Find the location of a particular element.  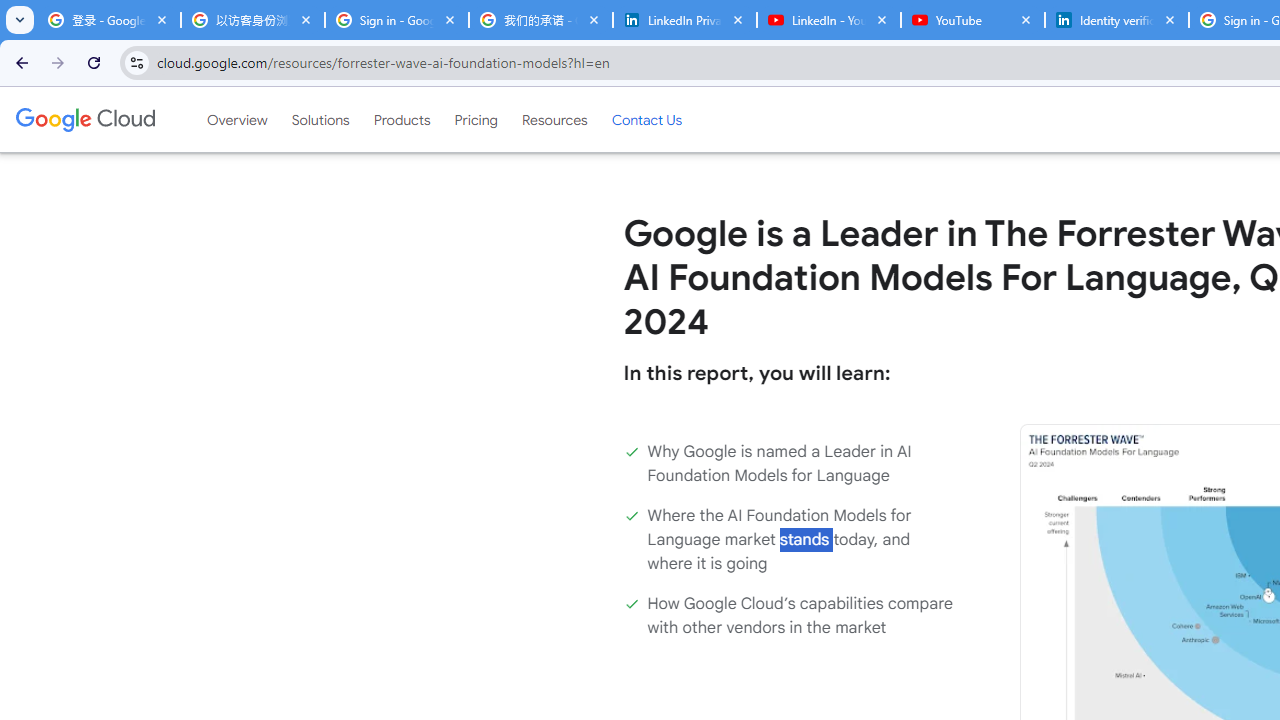

'YouTube' is located at coordinates (972, 20).